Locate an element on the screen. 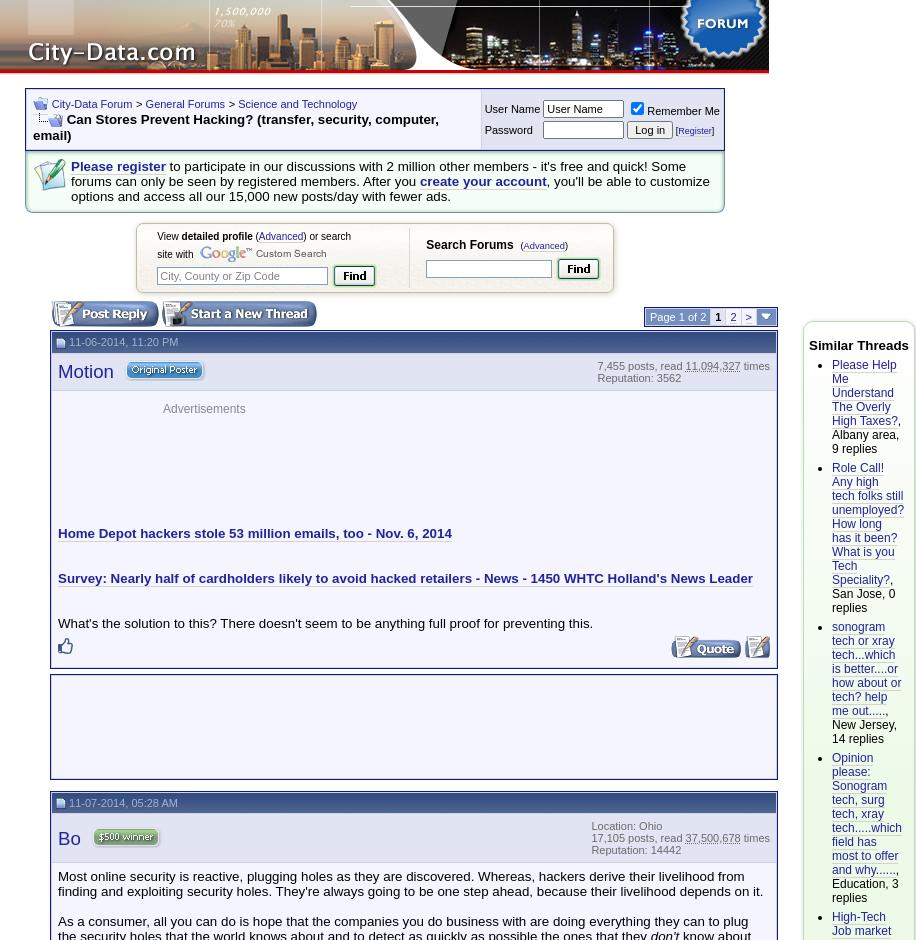  'create your account' is located at coordinates (417, 180).